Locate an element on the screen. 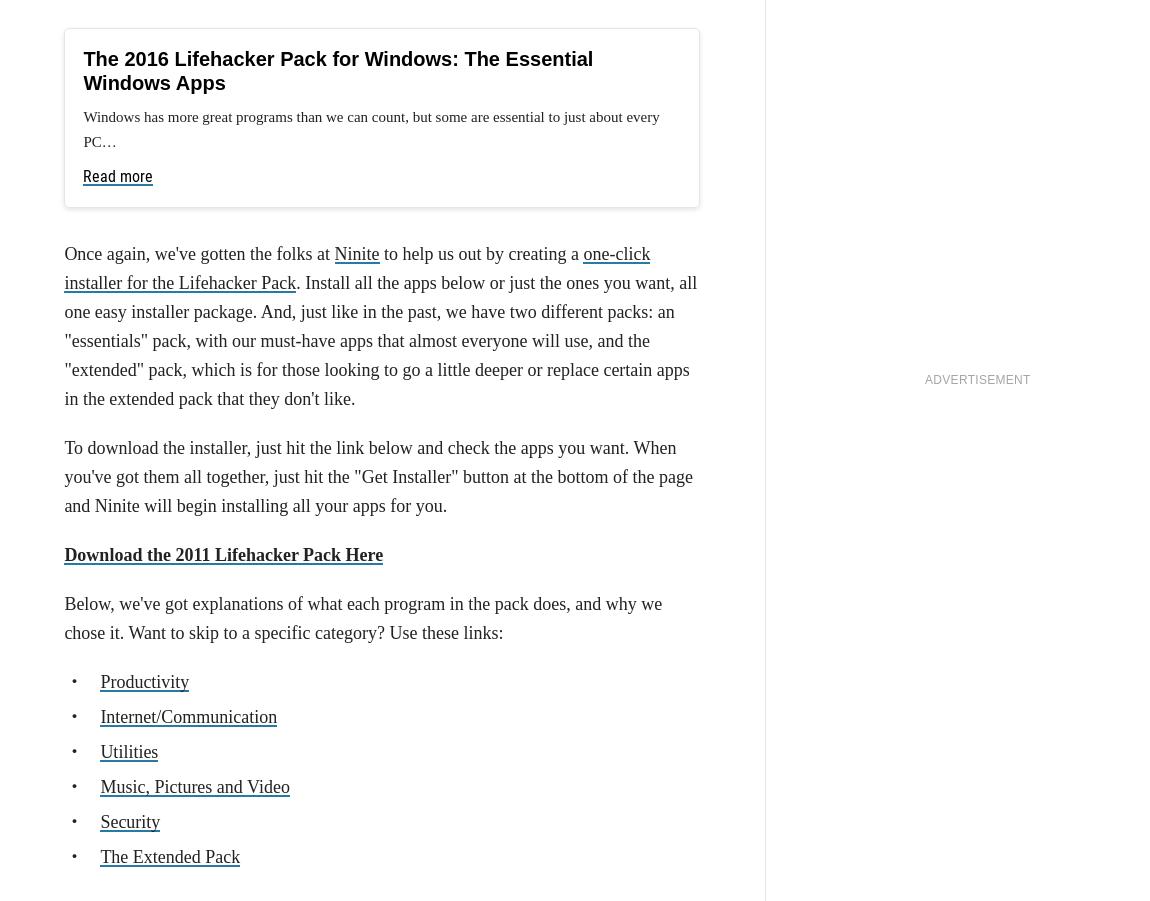 The image size is (1150, 901). 'Chrome has' is located at coordinates (108, 323).